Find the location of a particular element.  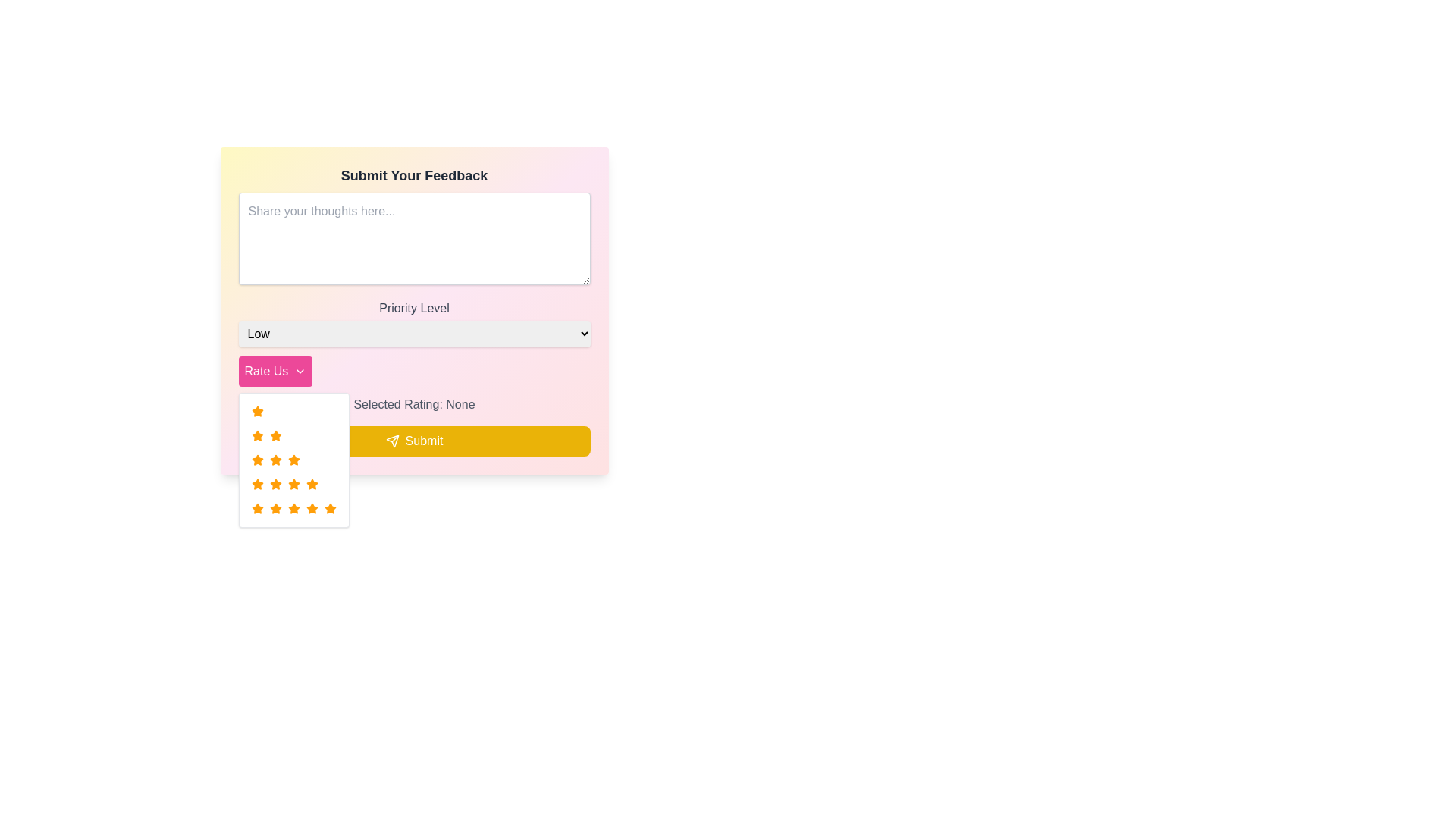

over the three orange star icons in the Rating component is located at coordinates (293, 459).